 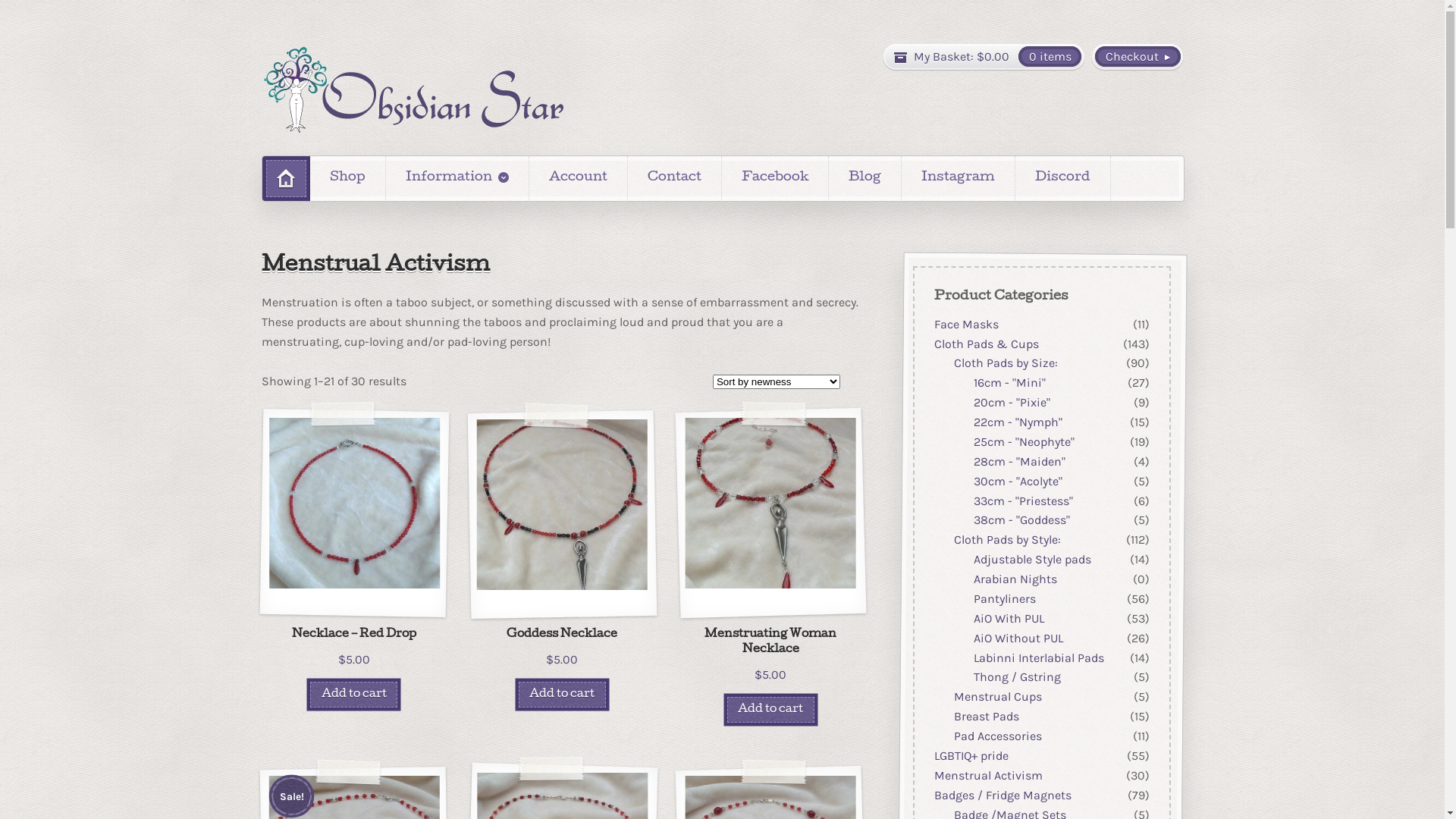 I want to click on 'Account', so click(x=577, y=177).